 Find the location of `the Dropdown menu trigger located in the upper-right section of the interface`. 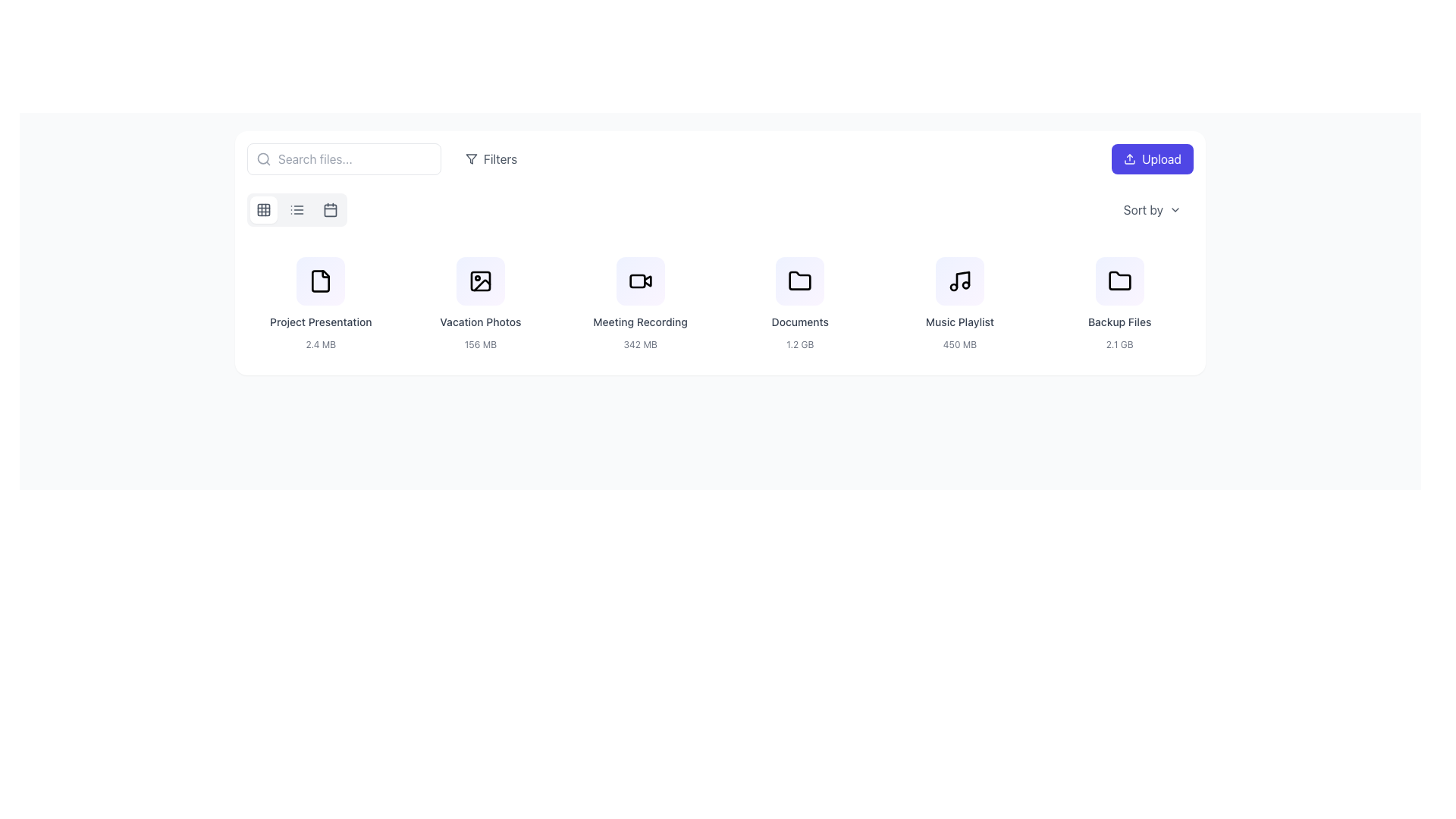

the Dropdown menu trigger located in the upper-right section of the interface is located at coordinates (1152, 210).